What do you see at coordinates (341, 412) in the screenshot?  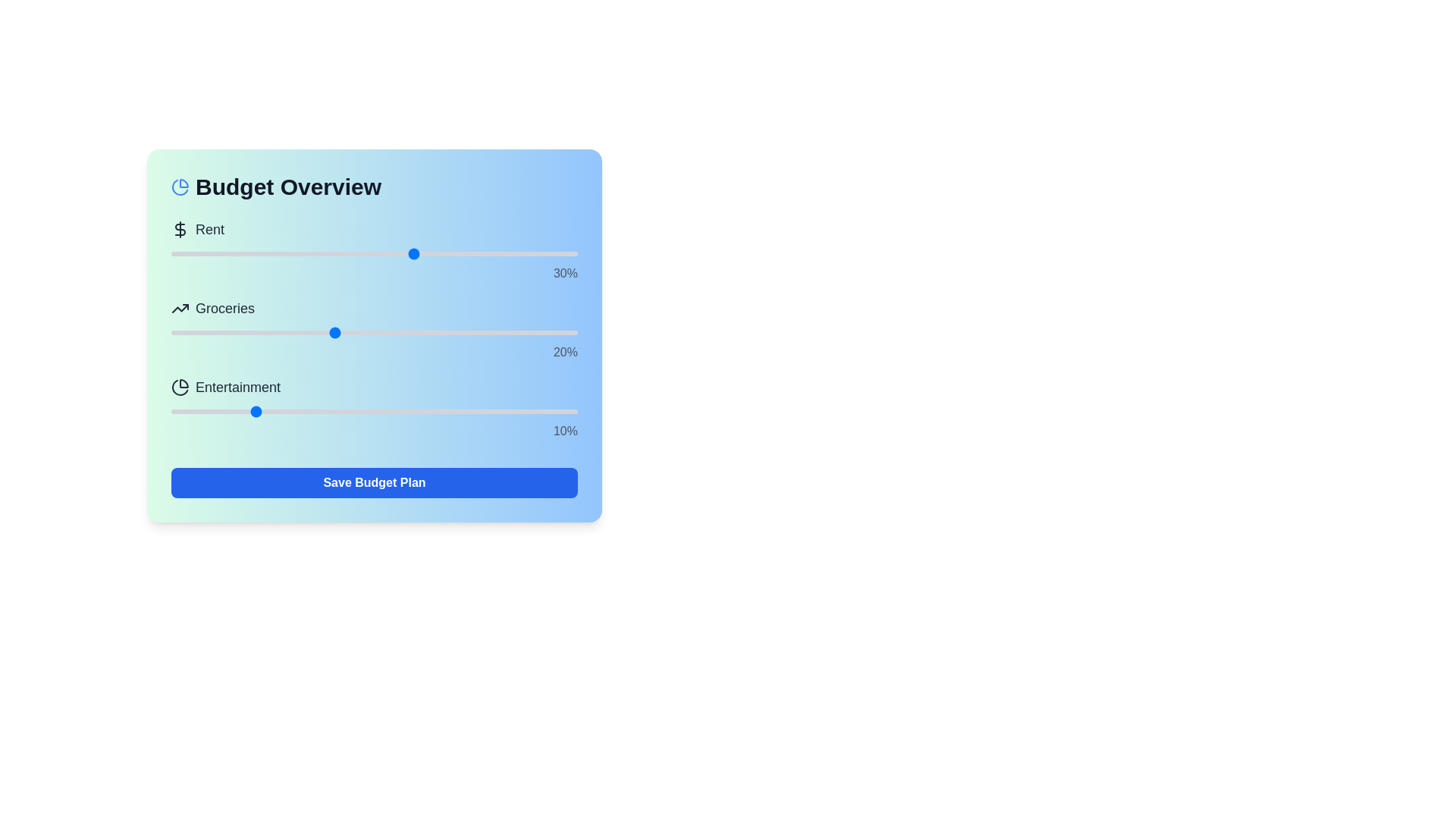 I see `the slider` at bounding box center [341, 412].